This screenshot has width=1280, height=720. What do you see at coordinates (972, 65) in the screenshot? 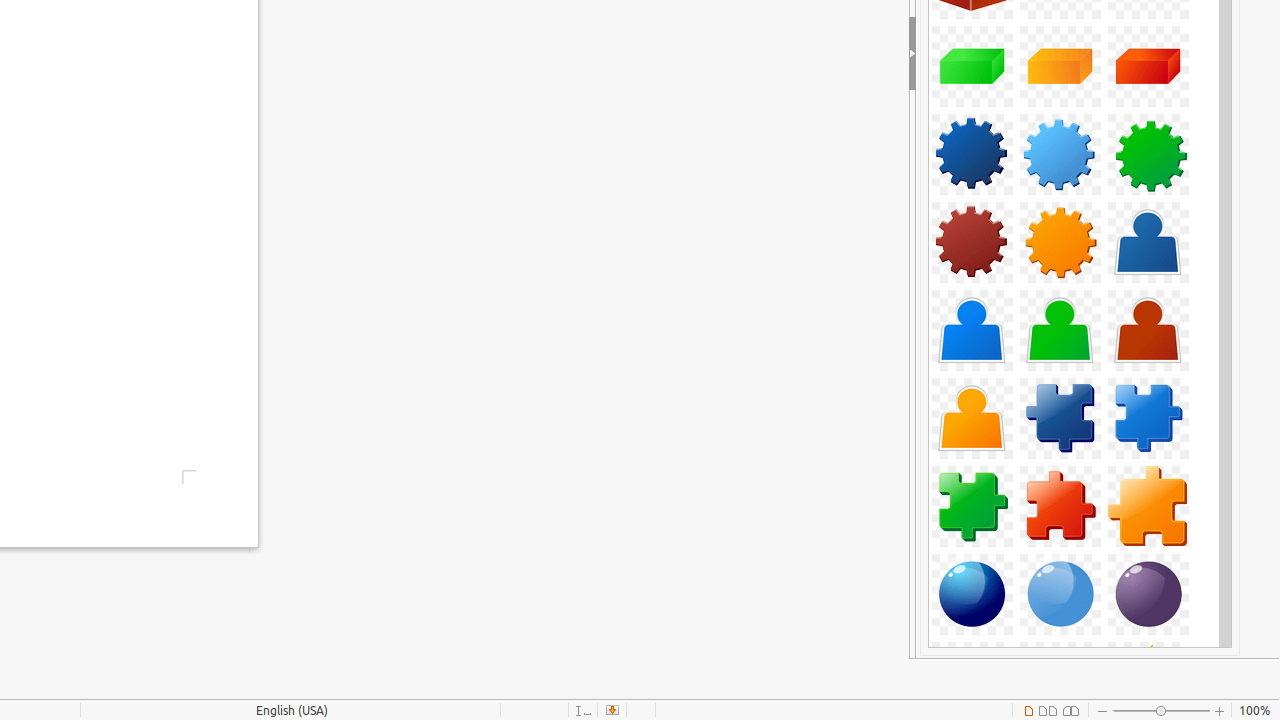
I see `'Component-Cuboid03-Green'` at bounding box center [972, 65].